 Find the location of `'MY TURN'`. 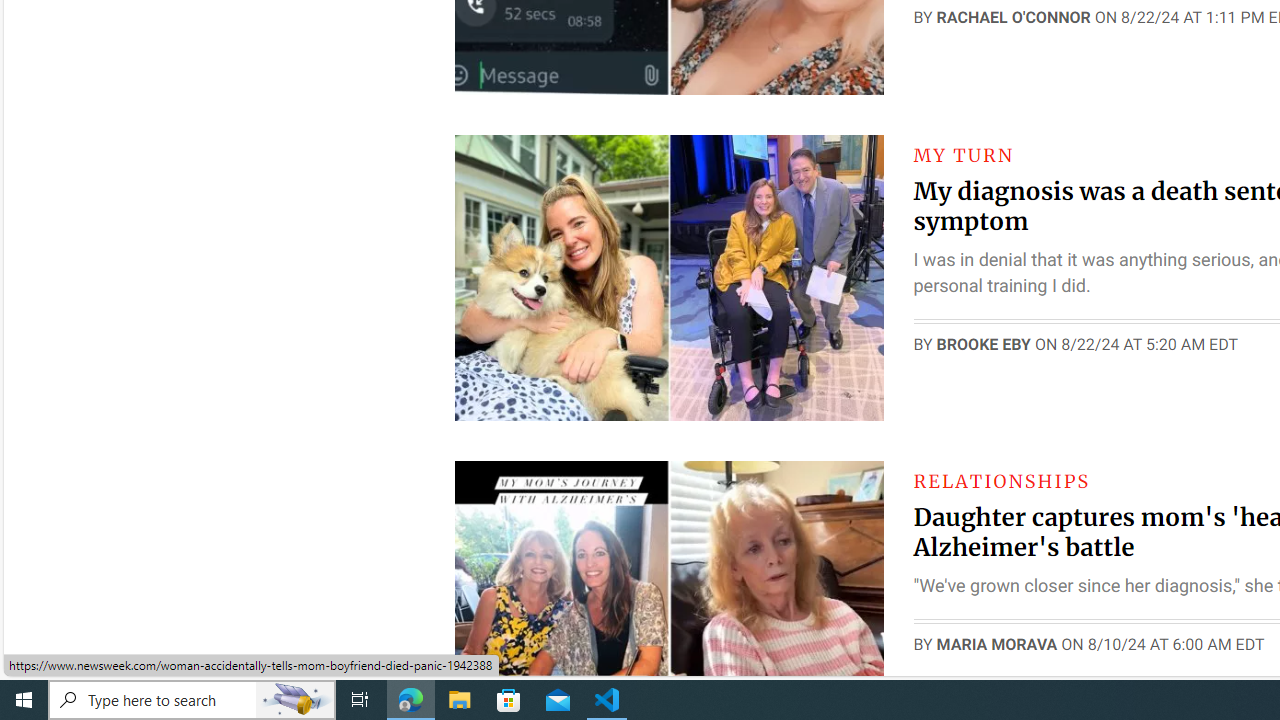

'MY TURN' is located at coordinates (963, 154).